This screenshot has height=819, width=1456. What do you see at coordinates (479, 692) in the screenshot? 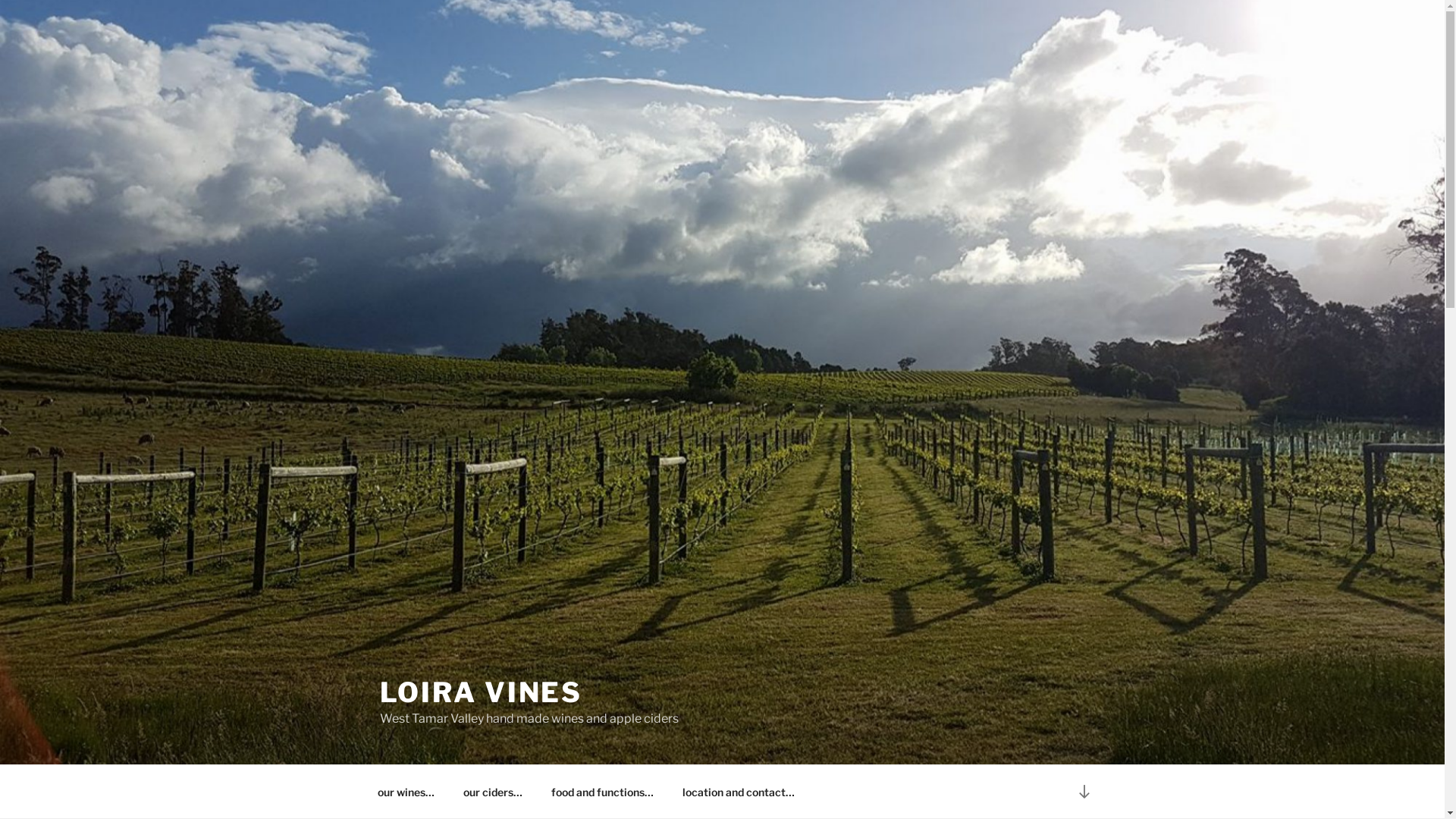
I see `'LOIRA VINES'` at bounding box center [479, 692].